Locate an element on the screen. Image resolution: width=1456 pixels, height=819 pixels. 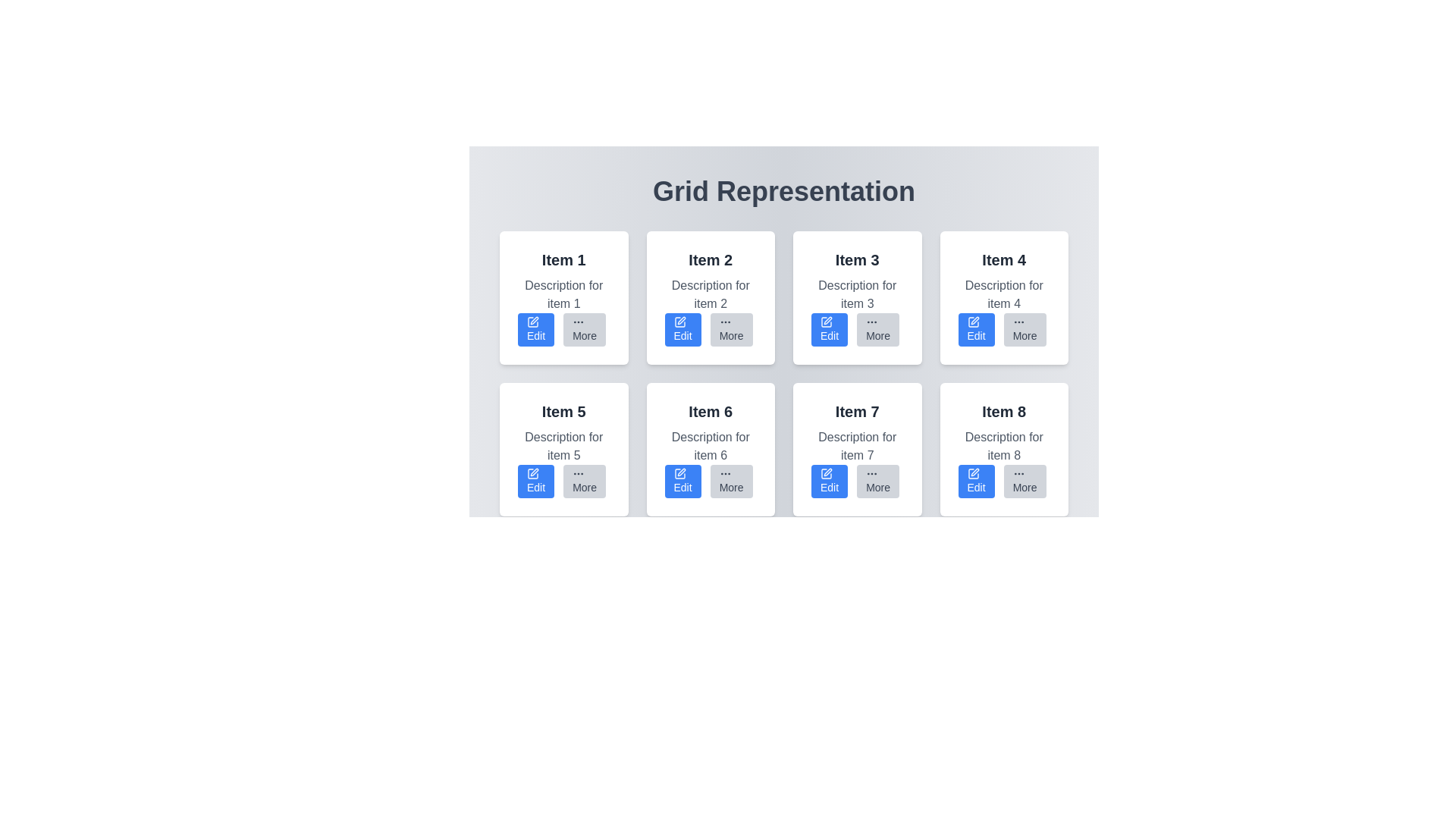
the 'More' button, which is a small rectangular button with rounded corners and three horizontally aligned dots above the gray labeled text, located below the description for 'Item 7' in the grid layout is located at coordinates (878, 482).